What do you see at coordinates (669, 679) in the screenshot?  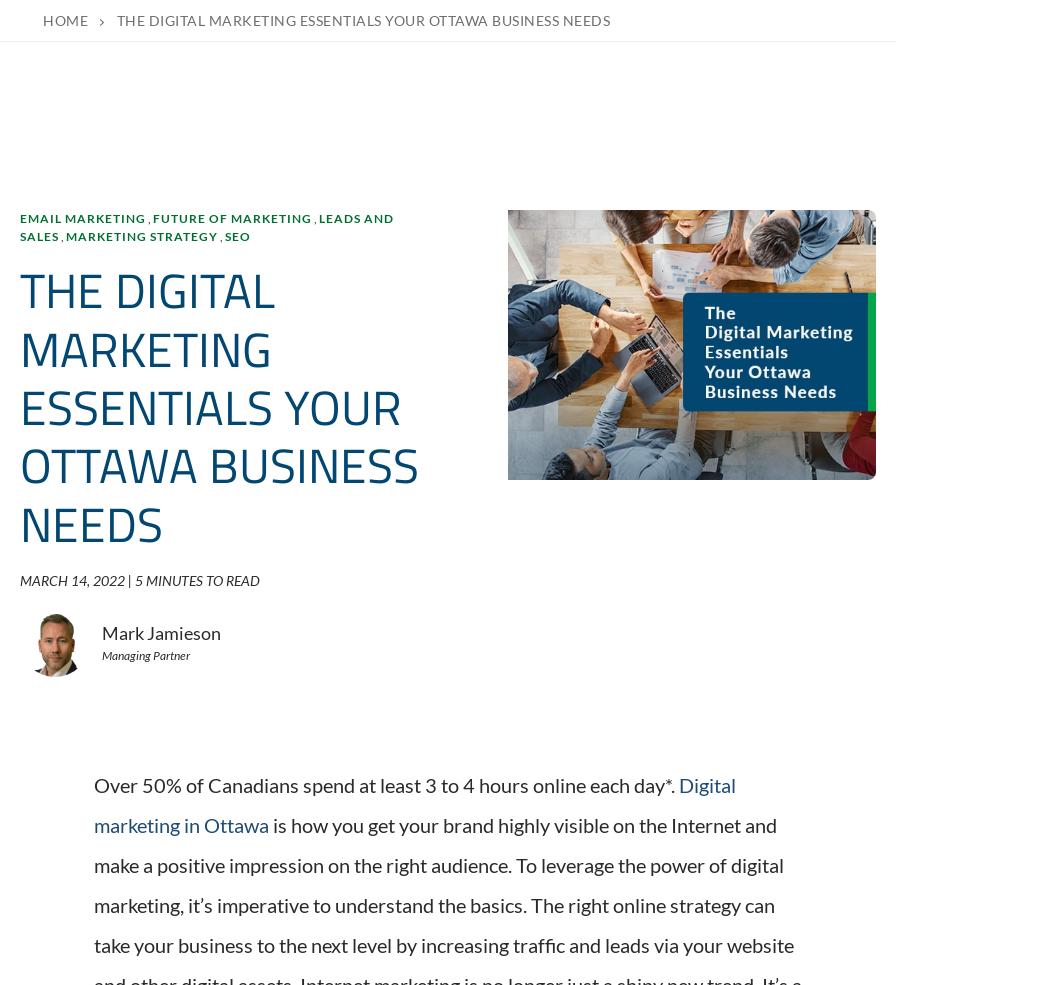 I see `'Blog'` at bounding box center [669, 679].